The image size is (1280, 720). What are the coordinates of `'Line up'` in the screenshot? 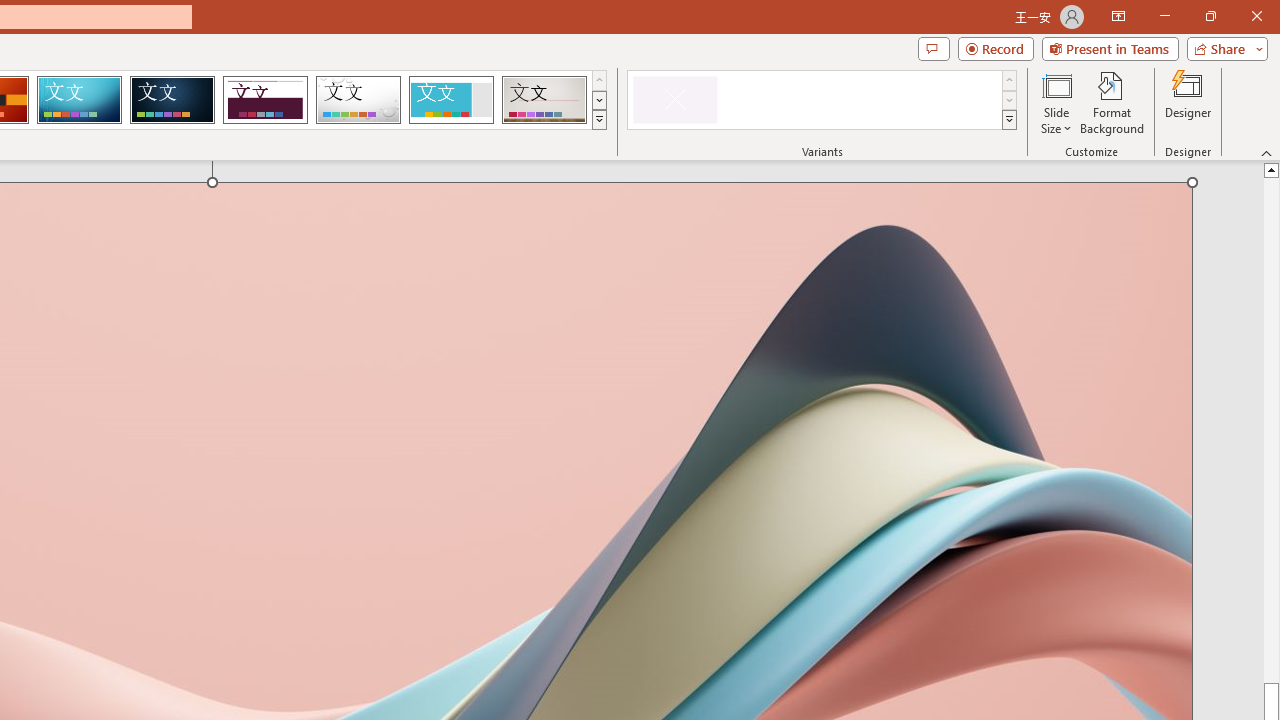 It's located at (1270, 168).